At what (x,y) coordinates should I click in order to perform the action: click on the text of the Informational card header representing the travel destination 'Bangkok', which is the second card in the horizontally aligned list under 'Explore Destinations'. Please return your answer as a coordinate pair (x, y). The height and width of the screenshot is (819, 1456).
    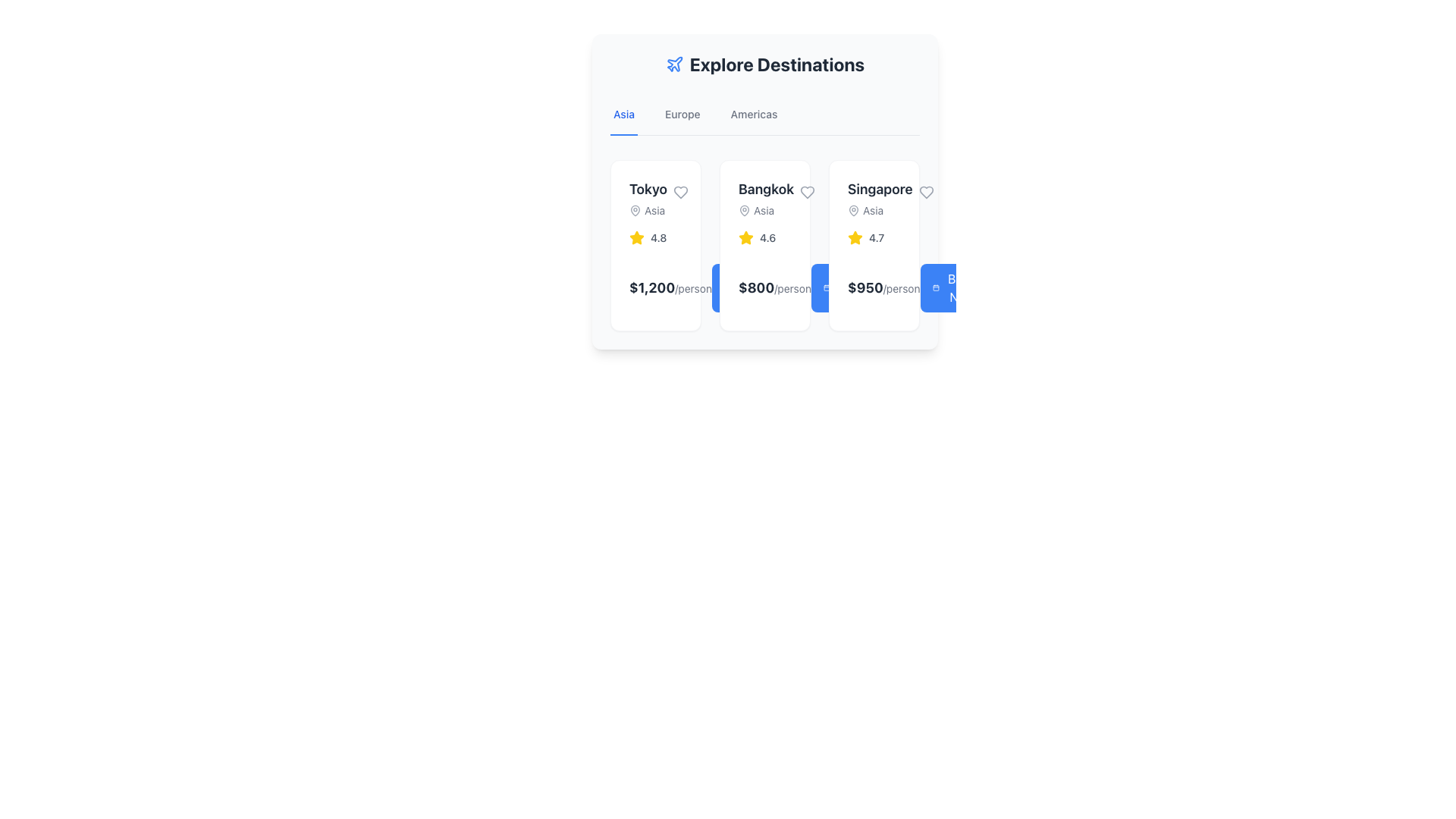
    Looking at the image, I should click on (764, 198).